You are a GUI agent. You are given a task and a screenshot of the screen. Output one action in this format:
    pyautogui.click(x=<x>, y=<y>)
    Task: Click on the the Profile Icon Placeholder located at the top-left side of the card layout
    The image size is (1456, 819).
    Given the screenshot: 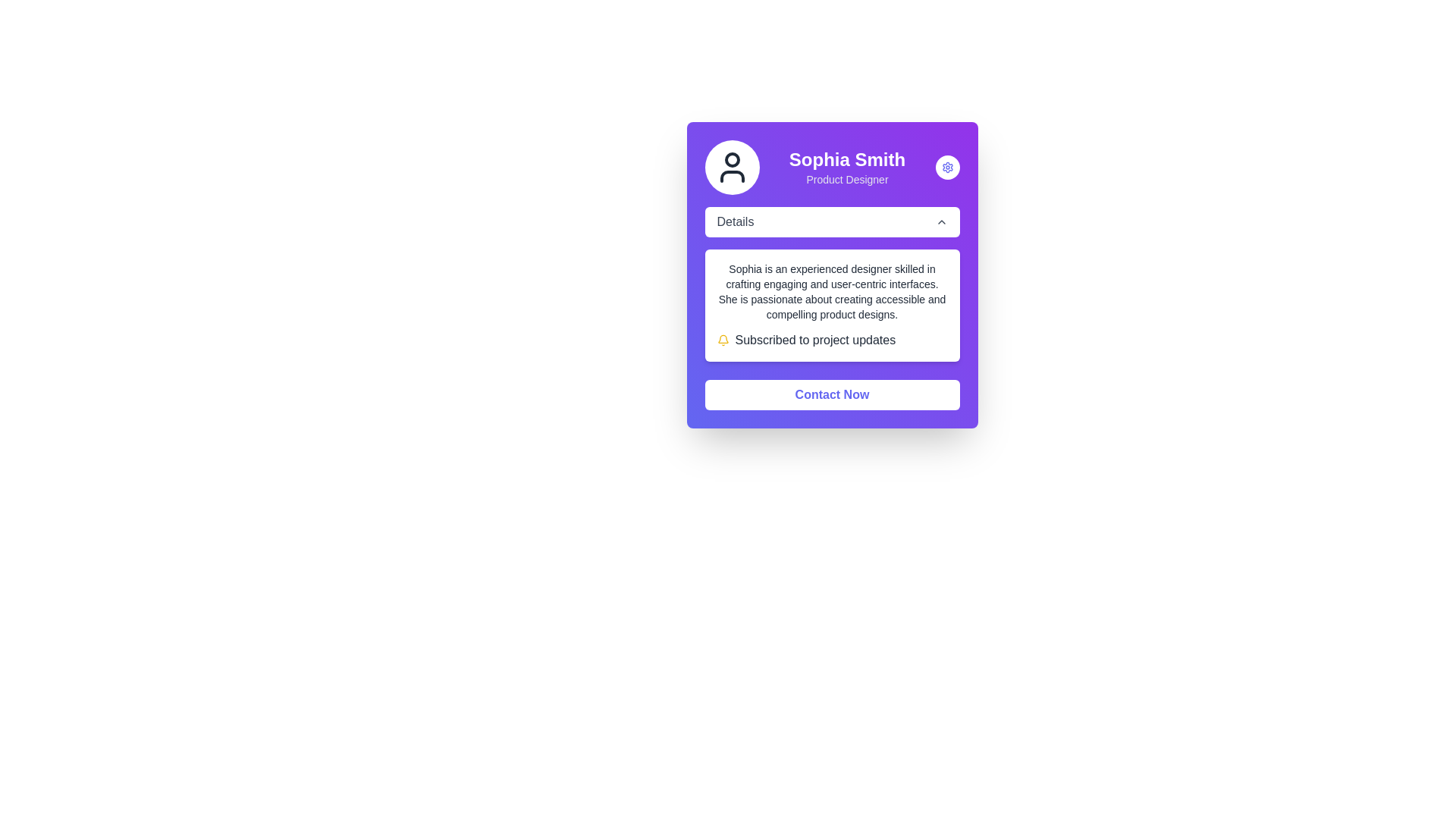 What is the action you would take?
    pyautogui.click(x=732, y=167)
    